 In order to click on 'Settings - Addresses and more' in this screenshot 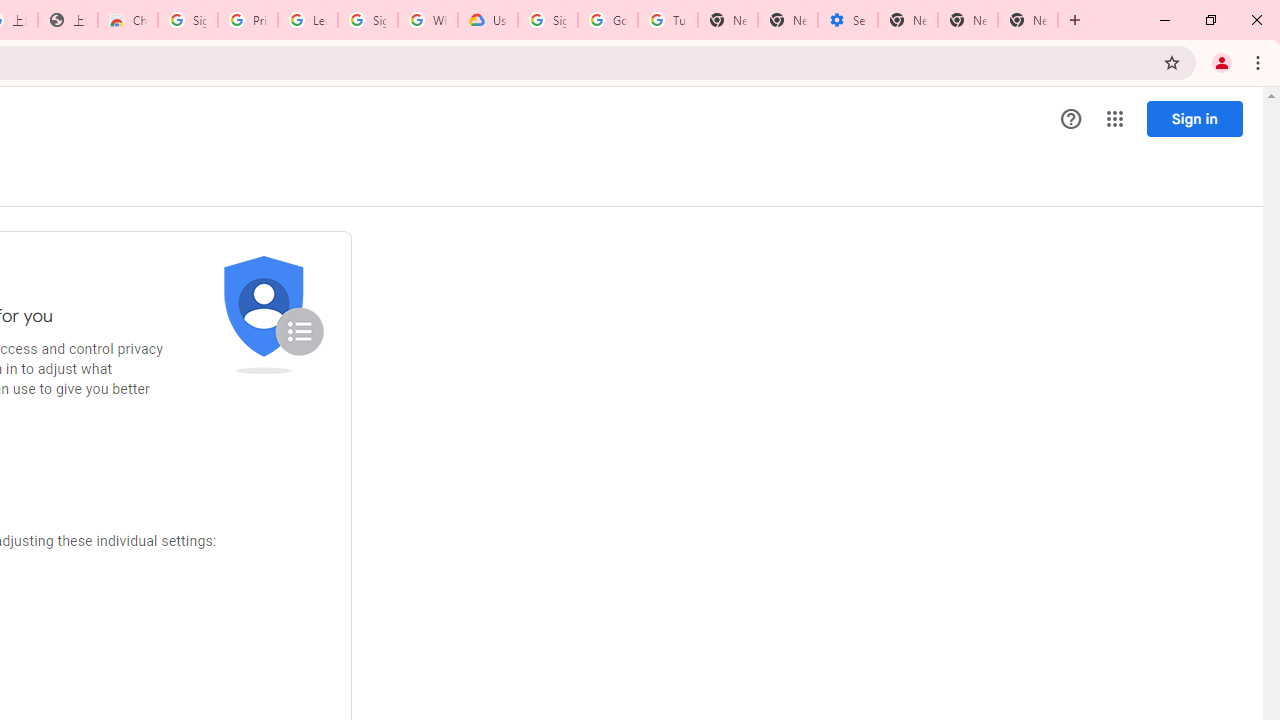, I will do `click(848, 20)`.